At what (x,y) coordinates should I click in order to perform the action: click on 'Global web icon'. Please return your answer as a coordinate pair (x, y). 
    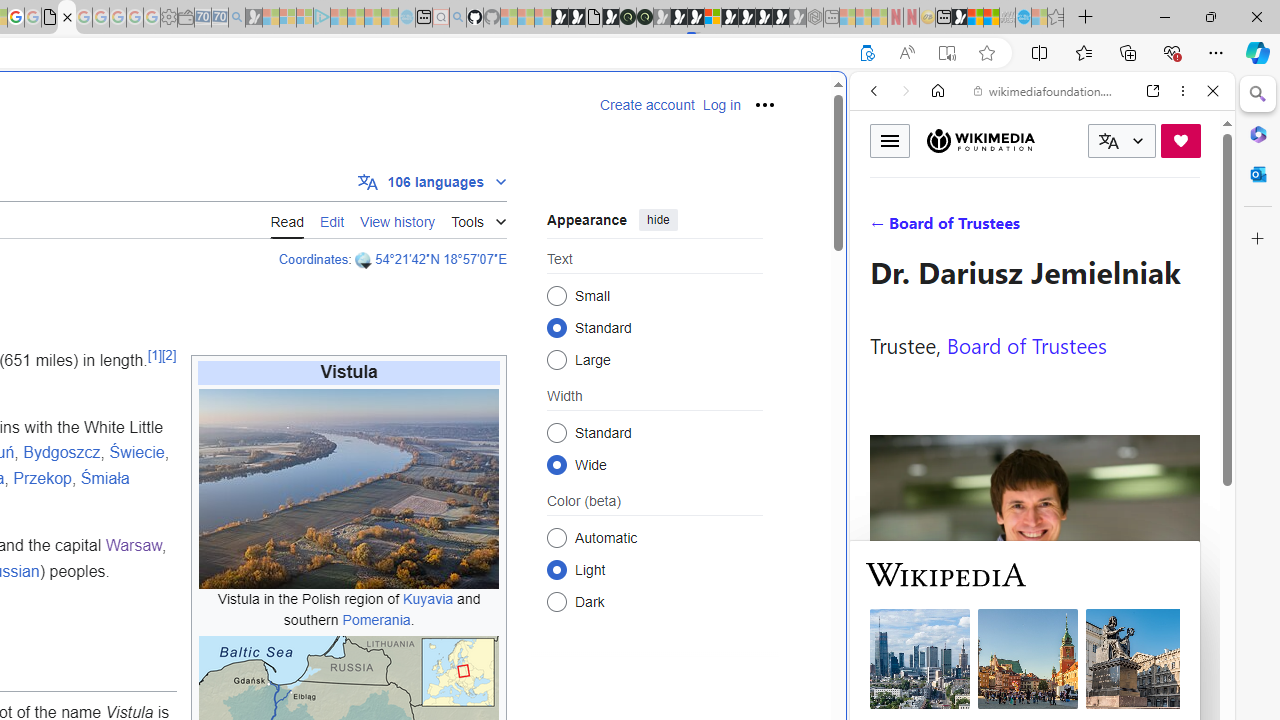
    Looking at the image, I should click on (887, 669).